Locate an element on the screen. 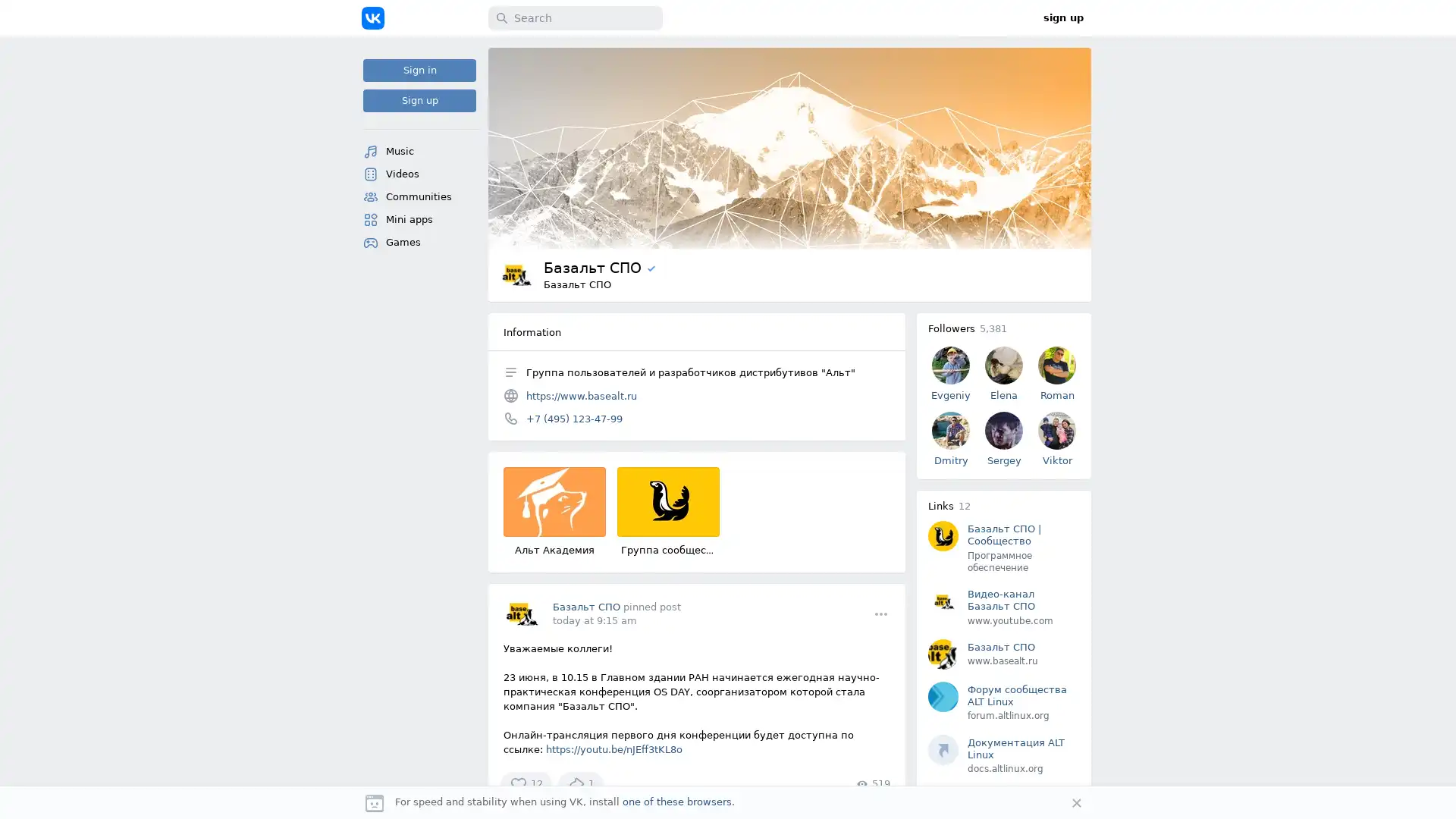  Close is located at coordinates (1076, 802).